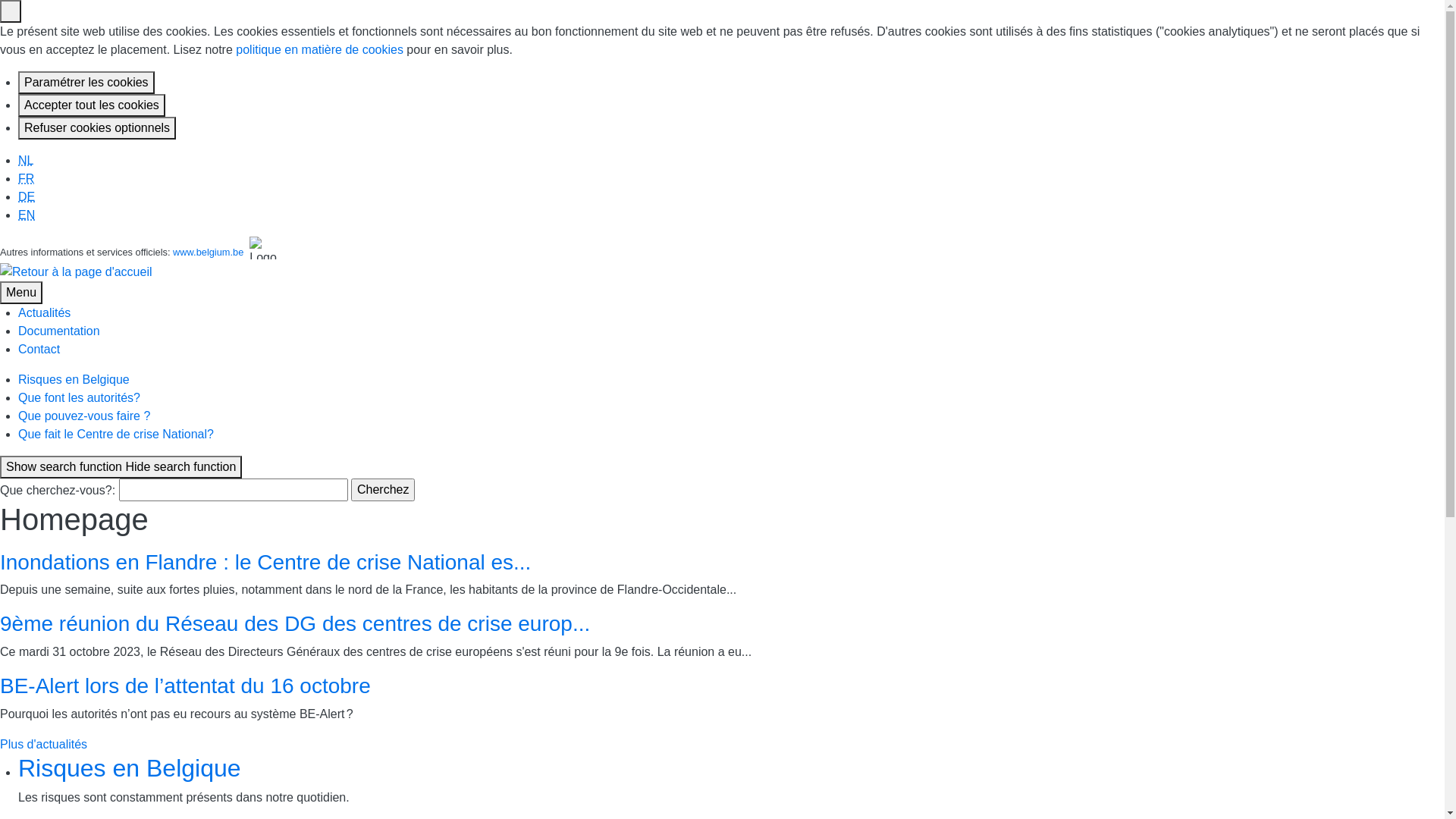  I want to click on 'Refuser cookies optionnels', so click(18, 127).